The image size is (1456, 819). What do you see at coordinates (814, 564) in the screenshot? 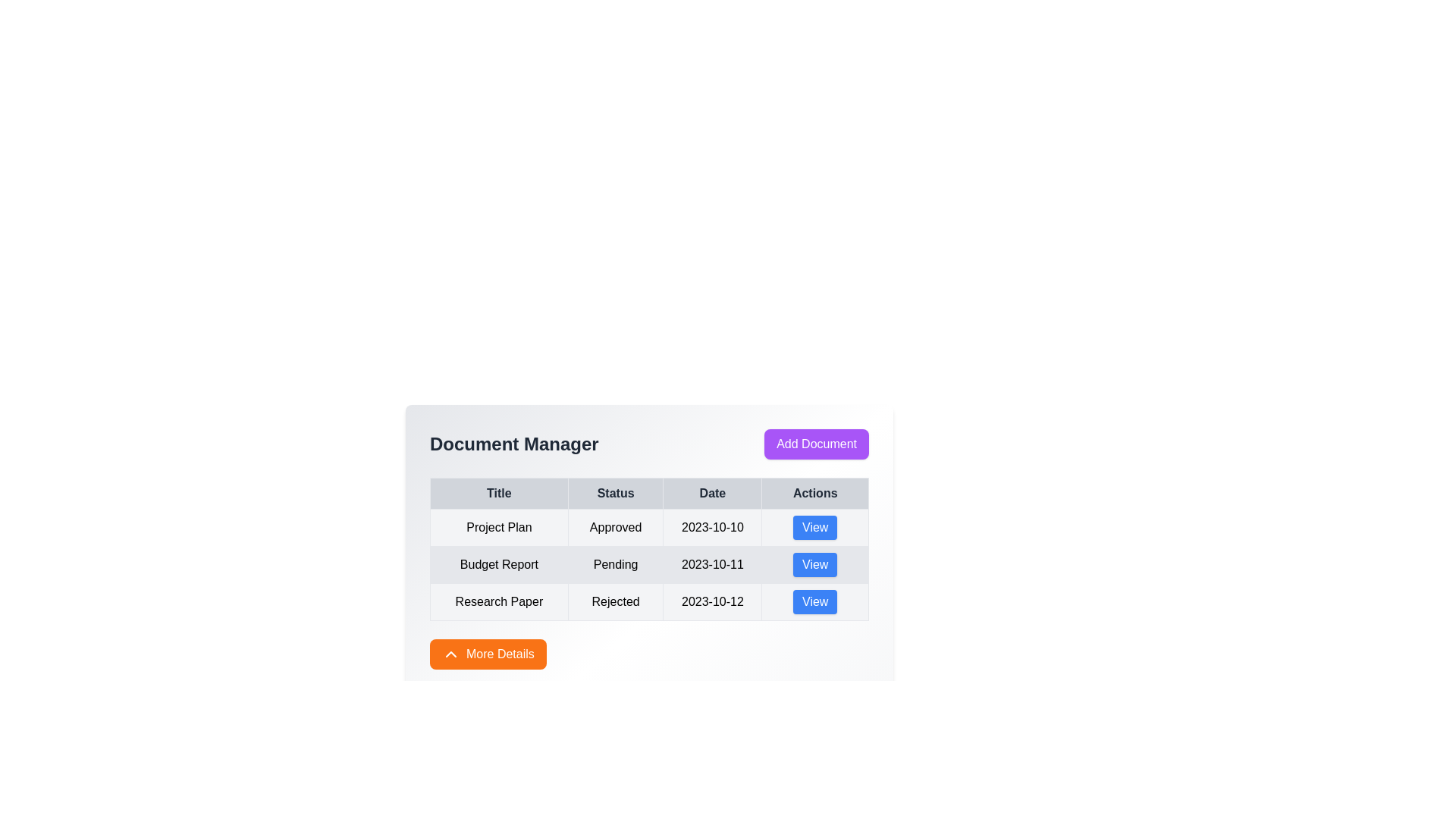
I see `the button in the last column of the second row under the 'Actions' header` at bounding box center [814, 564].